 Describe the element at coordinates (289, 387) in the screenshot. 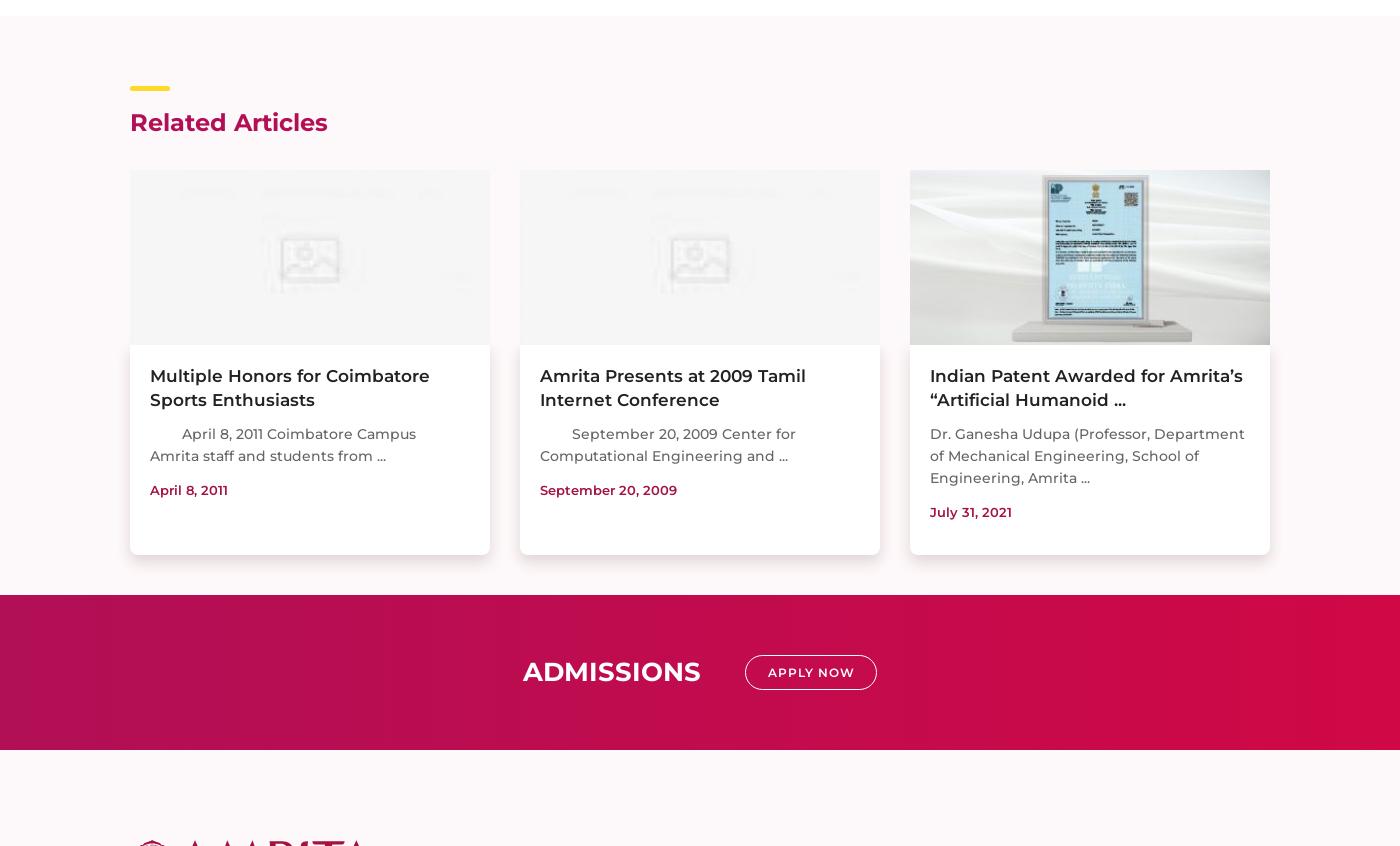

I see `'Multiple Honors for Coimbatore Sports Enthusiasts'` at that location.